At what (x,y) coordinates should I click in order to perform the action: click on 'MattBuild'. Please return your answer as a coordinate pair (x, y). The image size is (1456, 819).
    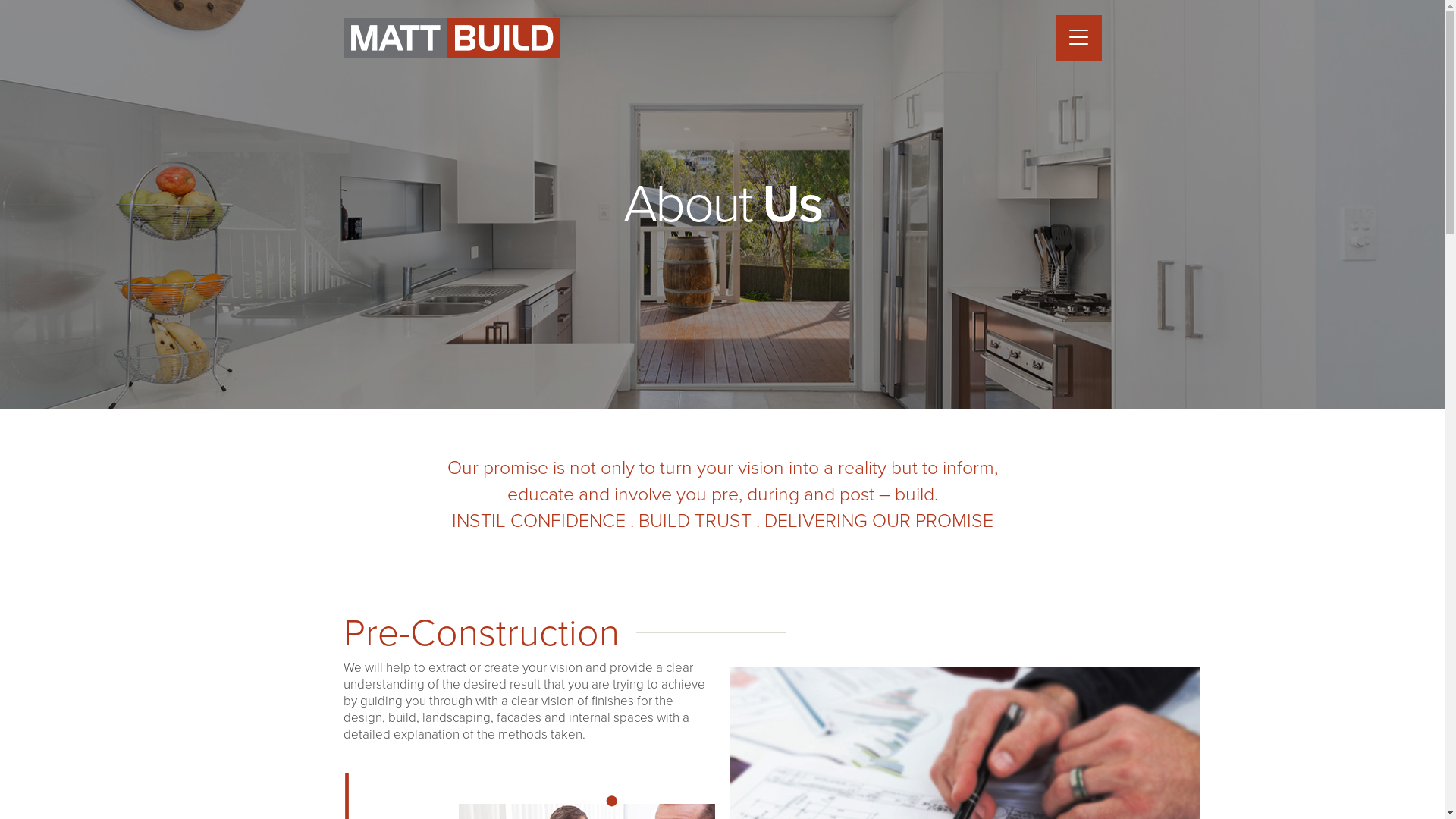
    Looking at the image, I should click on (450, 37).